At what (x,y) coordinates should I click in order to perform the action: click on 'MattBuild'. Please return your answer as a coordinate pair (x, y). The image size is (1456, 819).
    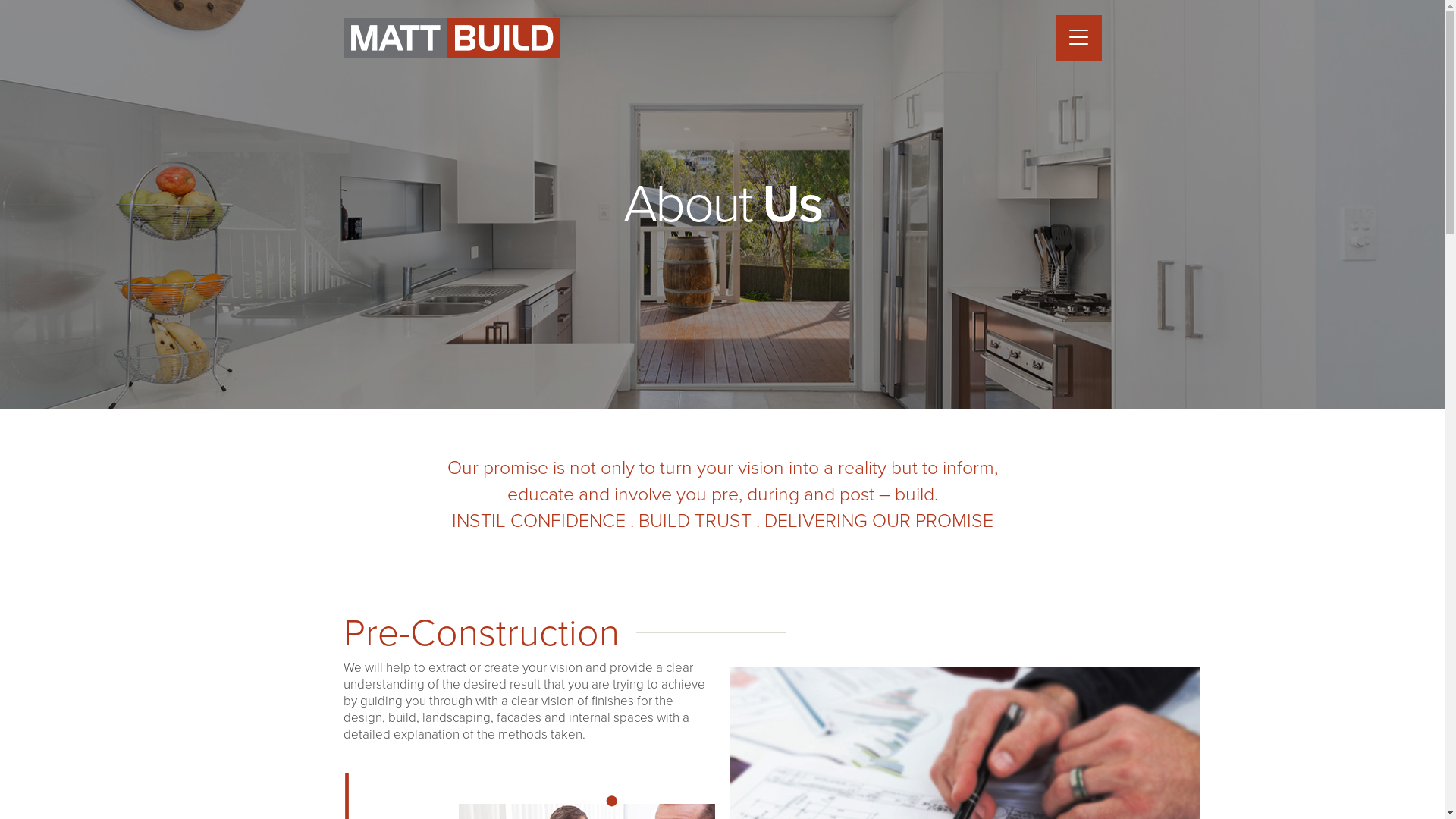
    Looking at the image, I should click on (450, 37).